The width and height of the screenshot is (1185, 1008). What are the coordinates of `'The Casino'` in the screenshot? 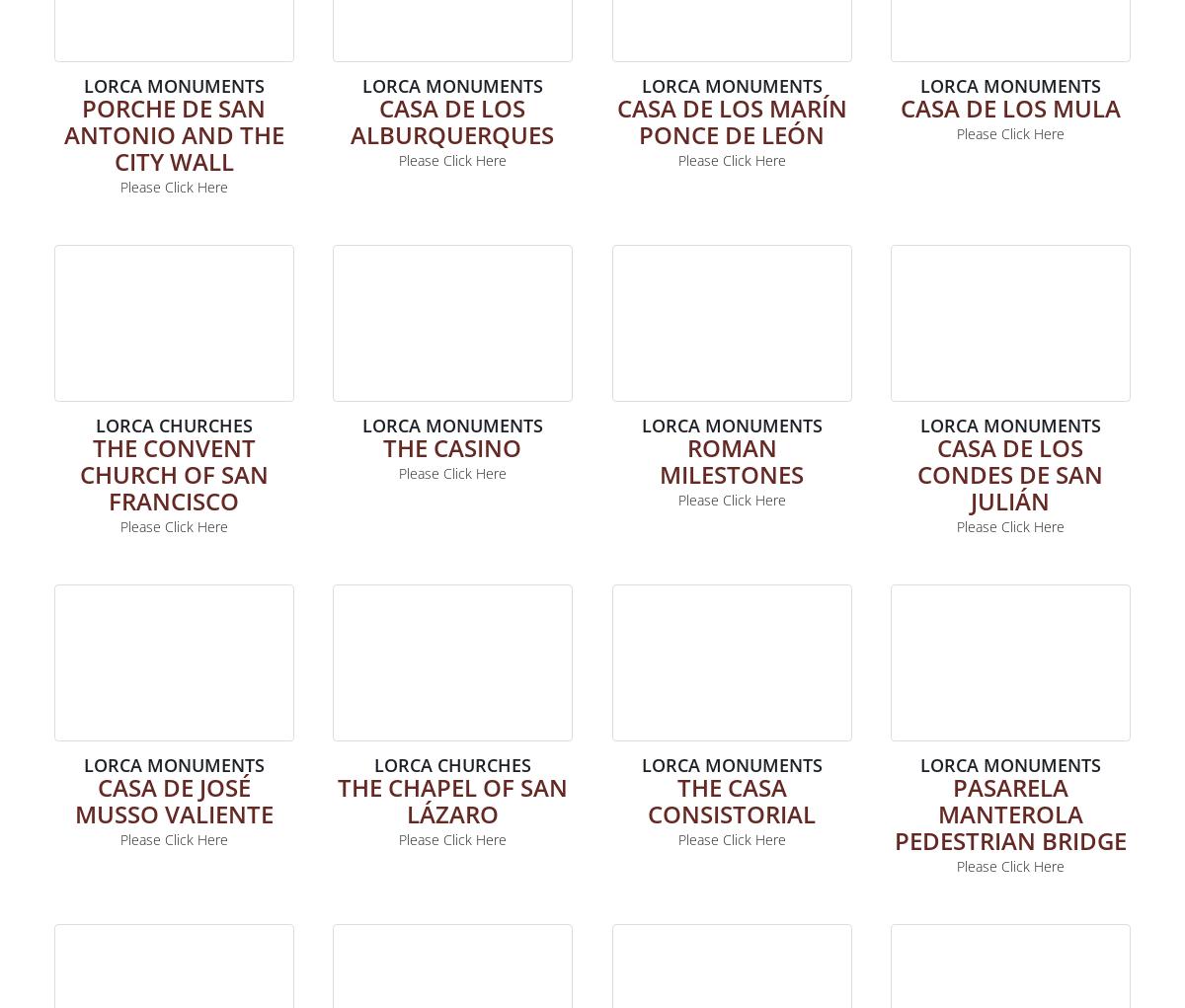 It's located at (382, 446).